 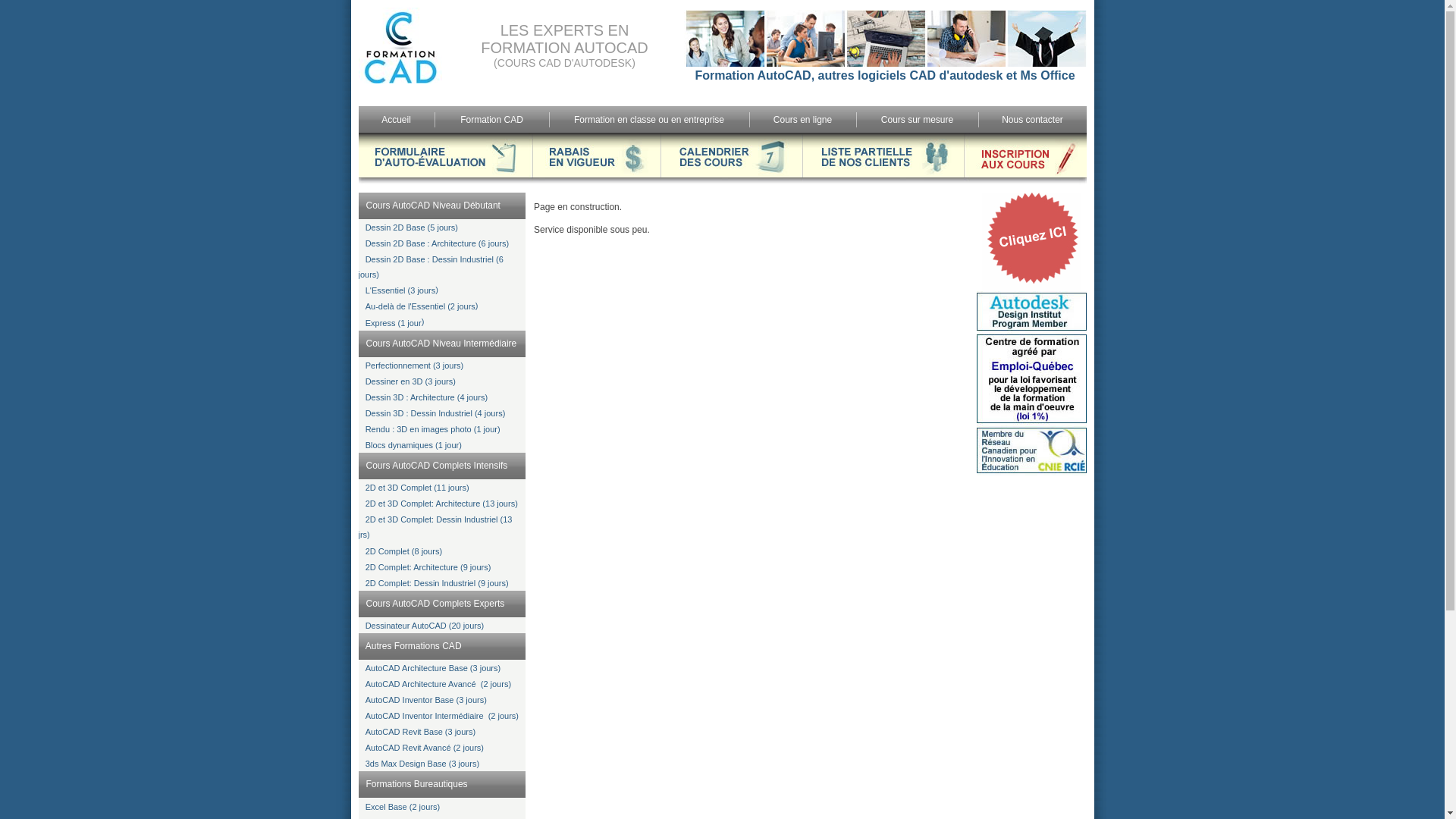 I want to click on 'Formation en classe ou en entreprise', so click(x=648, y=118).